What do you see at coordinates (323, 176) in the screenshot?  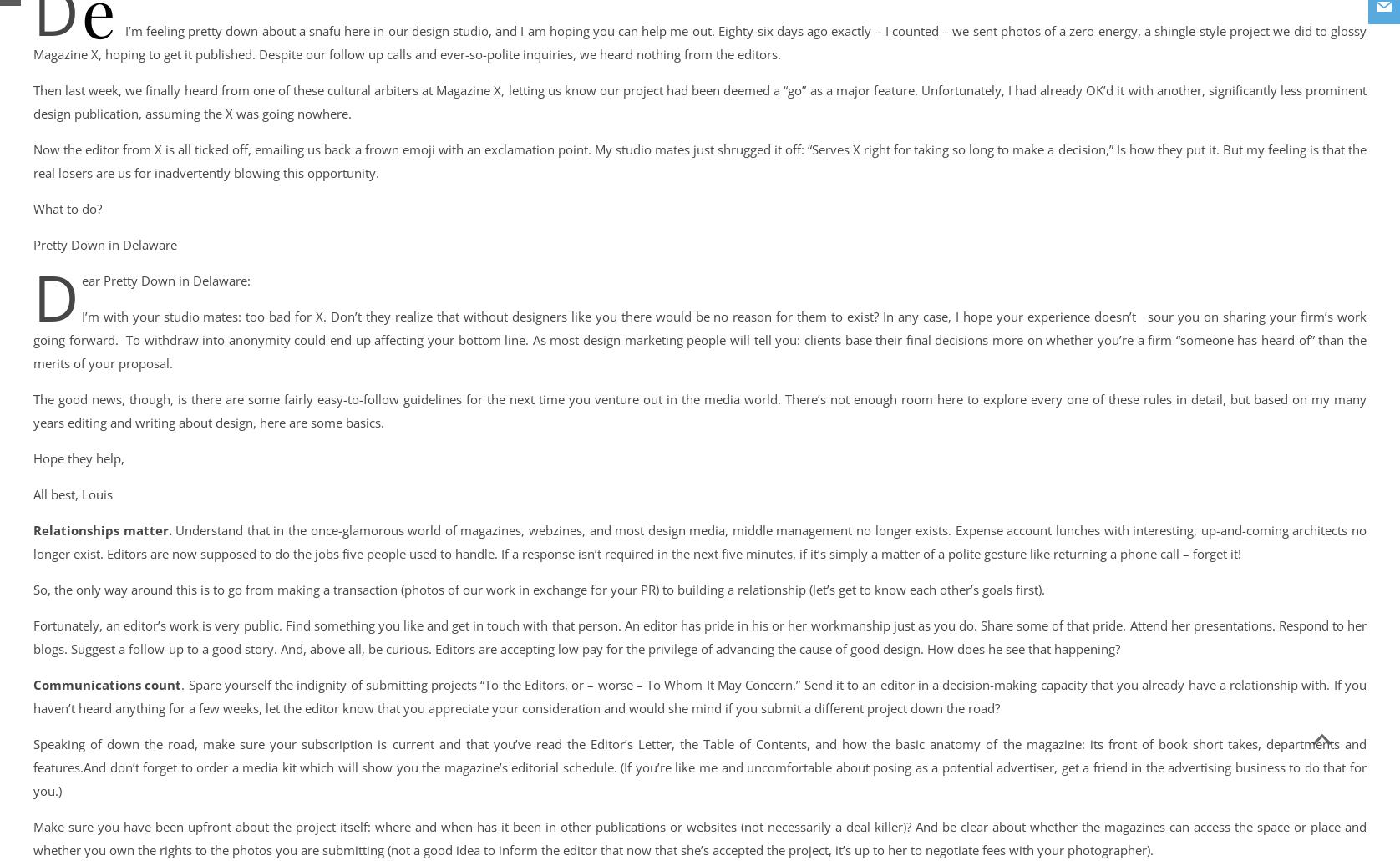 I see `'Has Traditional Marketing Hit a Dead End?'` at bounding box center [323, 176].